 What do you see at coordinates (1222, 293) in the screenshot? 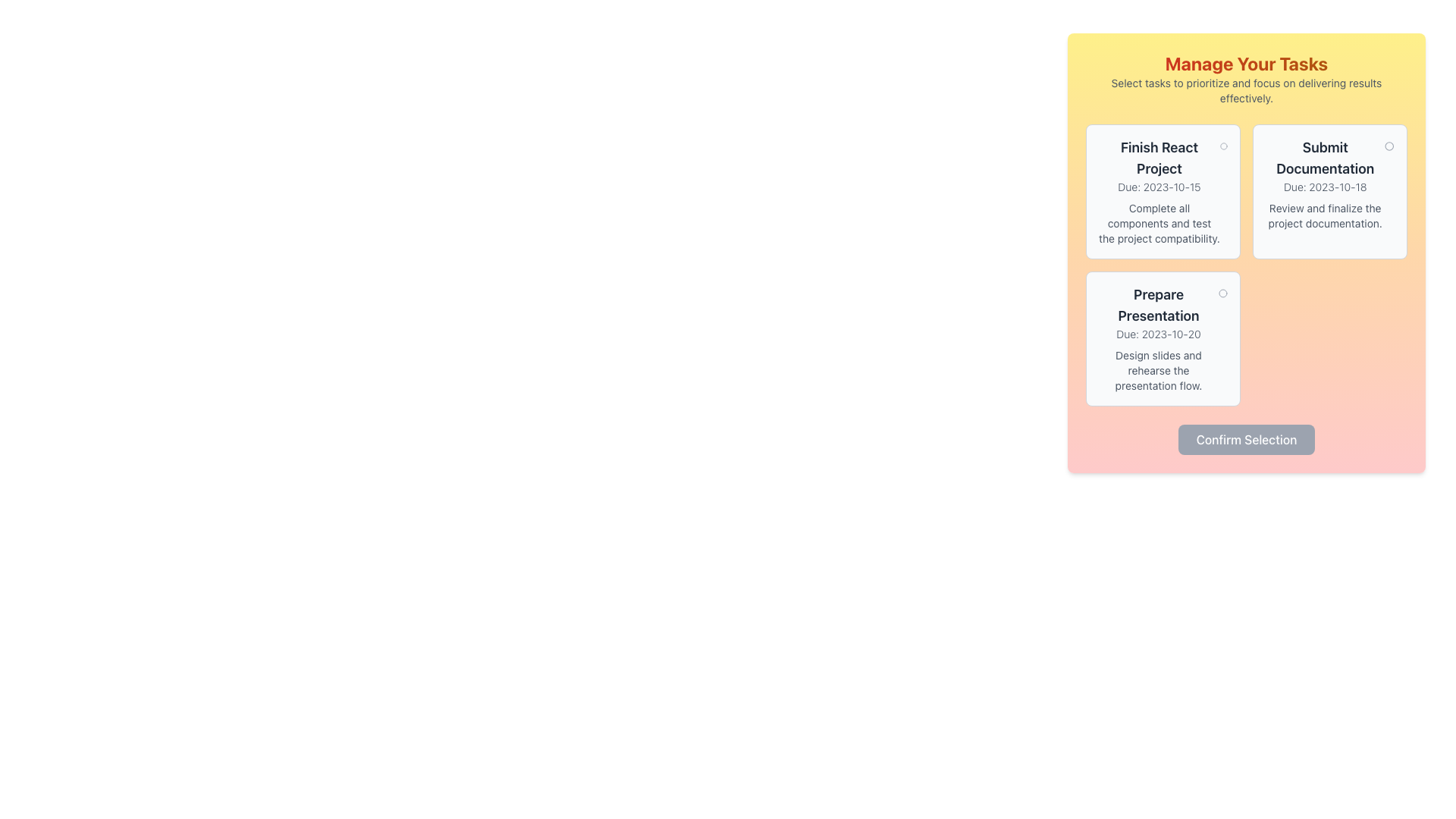
I see `the gray circular vector graphic located within the 'Prepare Presentation' task card in the bottom-left corner of the group of selectable task cards for informational purposes` at bounding box center [1222, 293].